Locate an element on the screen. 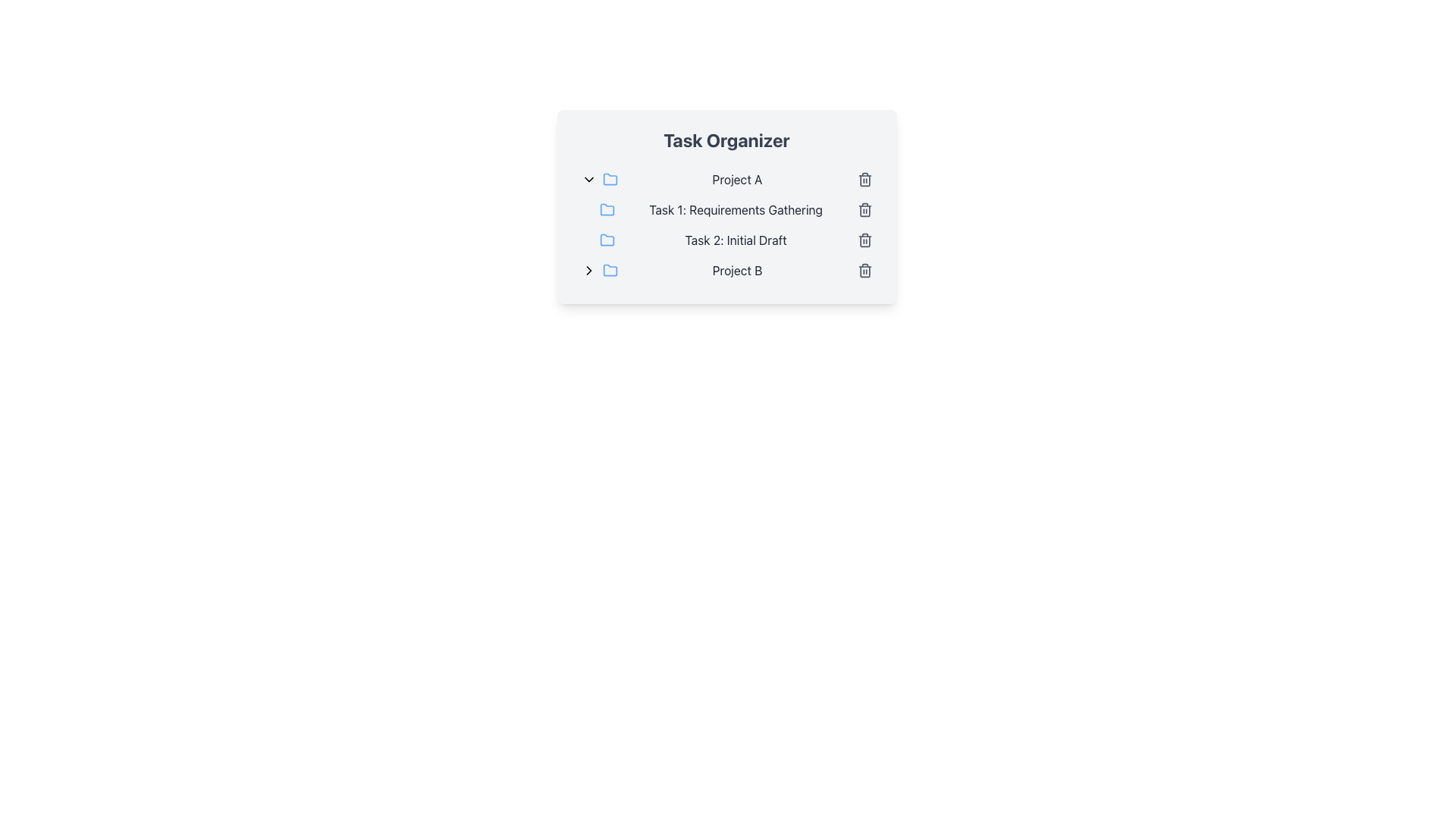 Image resolution: width=1456 pixels, height=819 pixels. the second task entry in 'Project A' is located at coordinates (736, 239).